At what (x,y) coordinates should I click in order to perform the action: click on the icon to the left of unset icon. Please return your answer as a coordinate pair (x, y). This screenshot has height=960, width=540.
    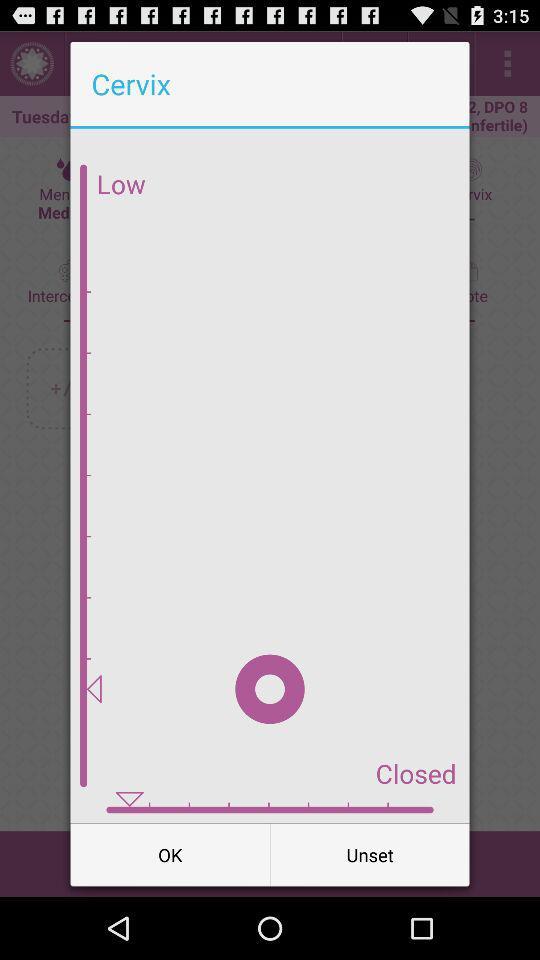
    Looking at the image, I should click on (170, 853).